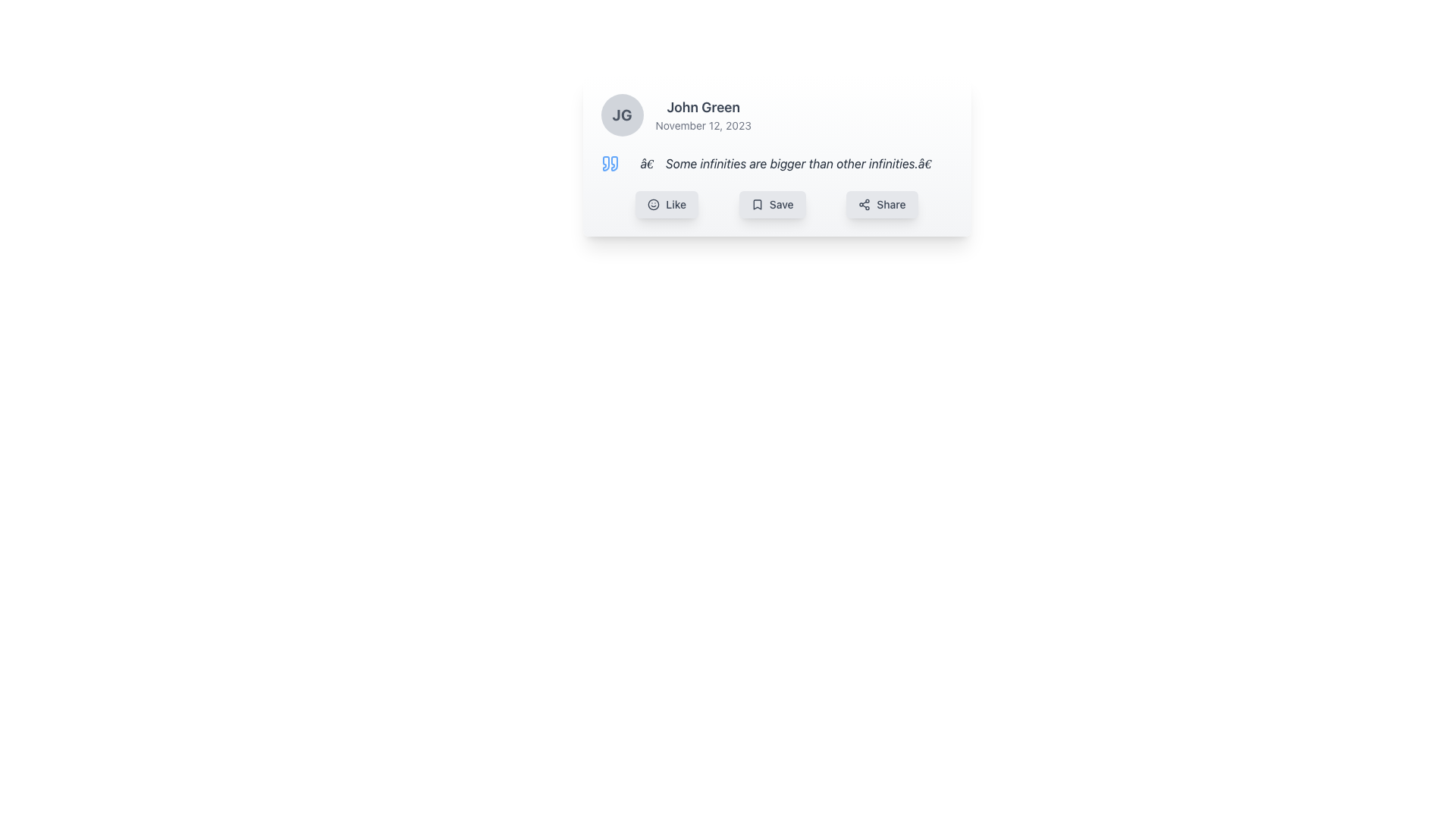 This screenshot has height=819, width=1456. What do you see at coordinates (654, 205) in the screenshot?
I see `the circular vector graphic within the SVG icon of the 'Like' button, which is part of the smiley face graphic` at bounding box center [654, 205].